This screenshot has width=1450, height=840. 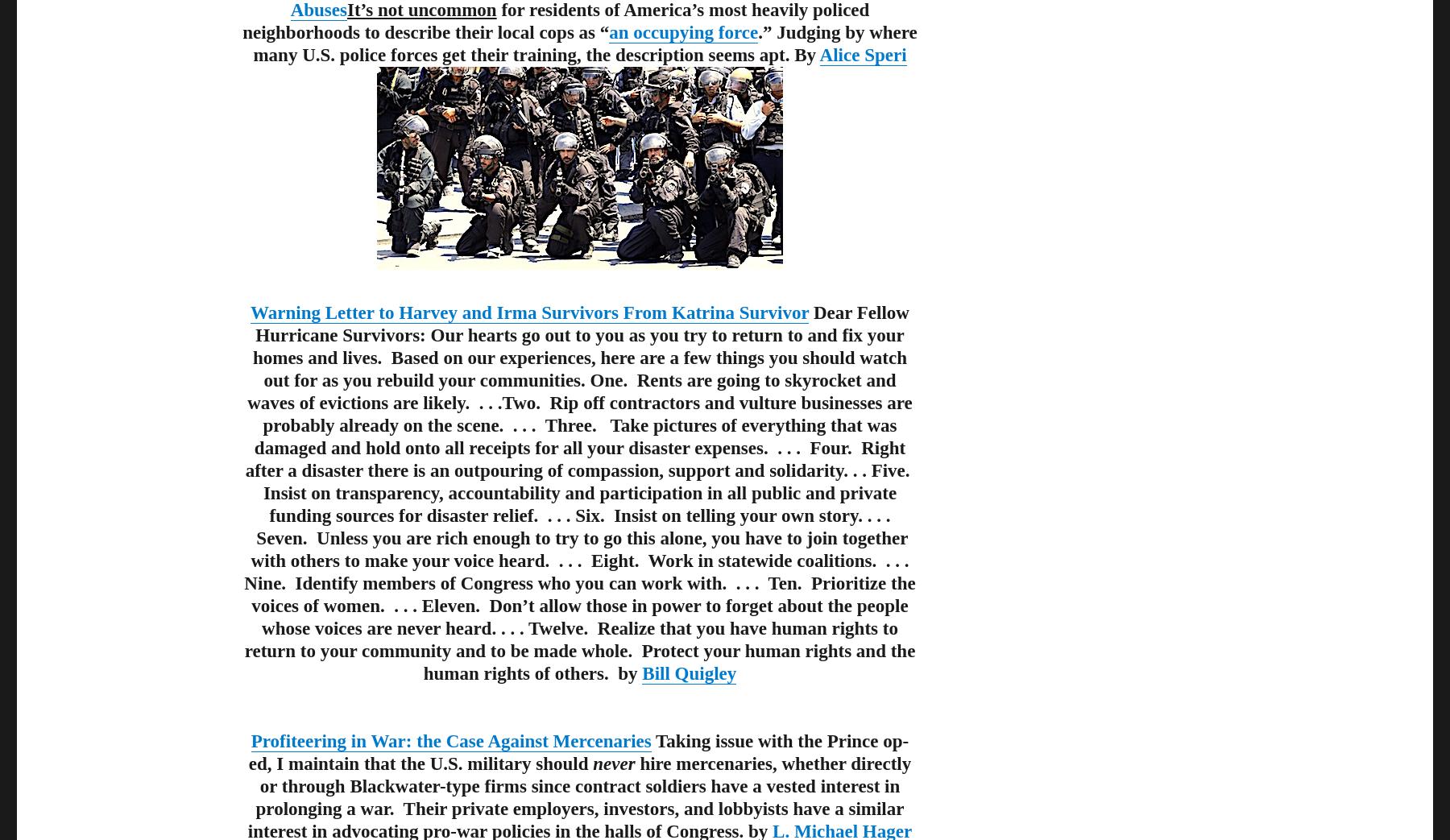 What do you see at coordinates (863, 54) in the screenshot?
I see `'Alice Speri'` at bounding box center [863, 54].